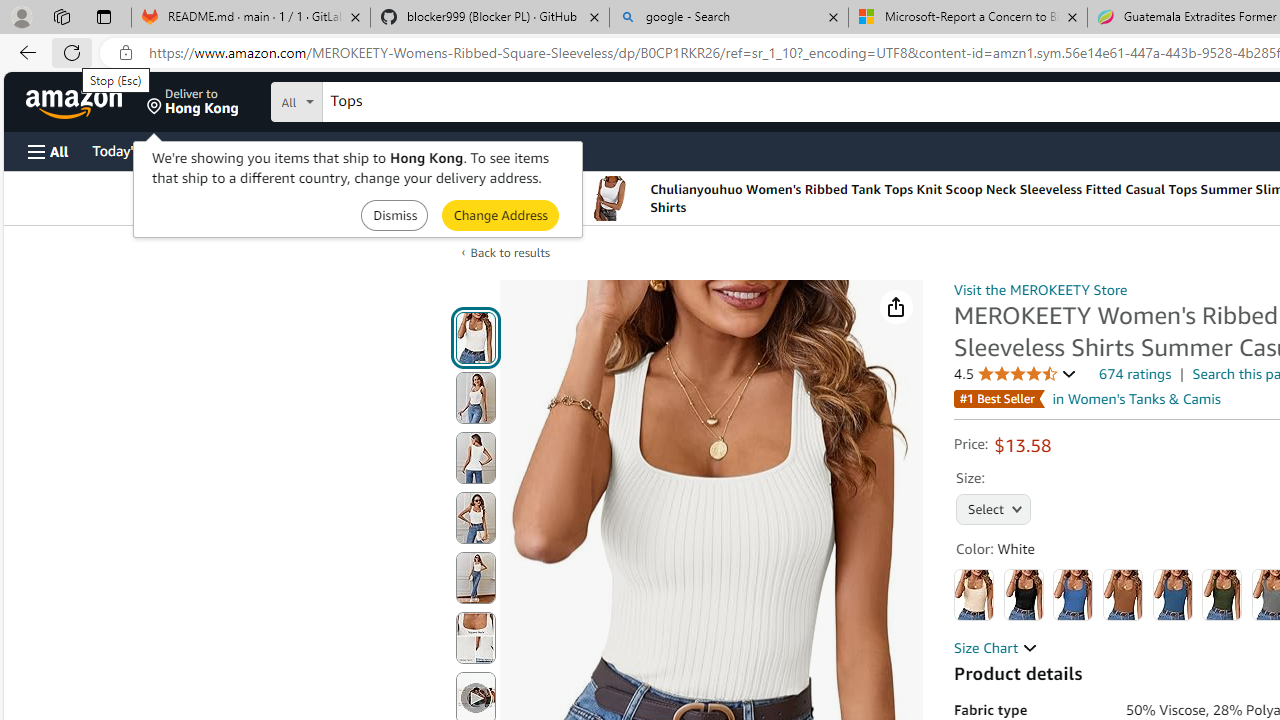 Image resolution: width=1280 pixels, height=720 pixels. I want to click on 'AutomationID: native_dropdown_selected_size_name', so click(993, 506).